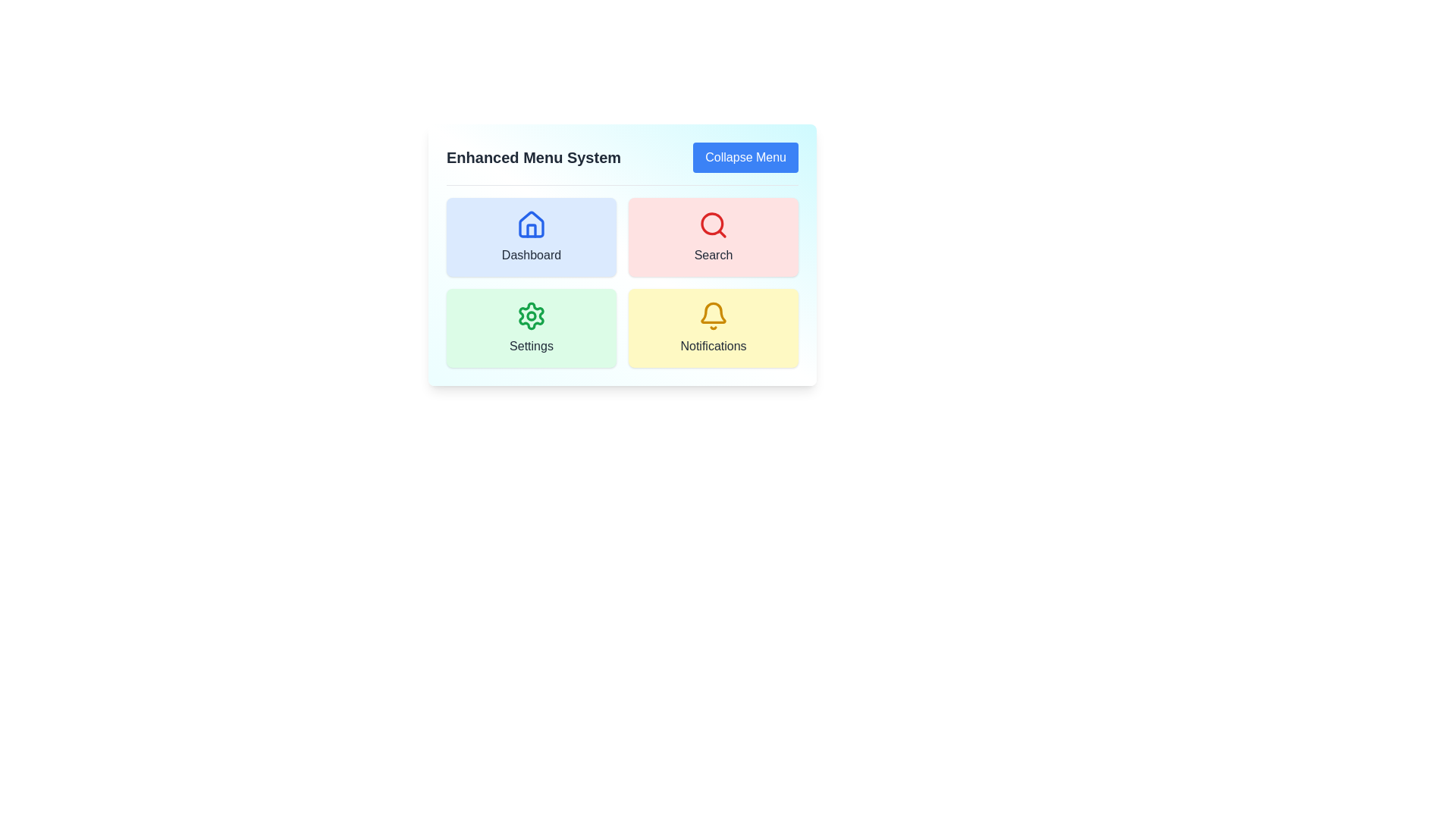 The width and height of the screenshot is (1456, 819). Describe the element at coordinates (531, 237) in the screenshot. I see `the 'Dashboard' button, which is a light blue rectangular button with a house icon and gray text, to observe the tooltip or styling change` at that location.